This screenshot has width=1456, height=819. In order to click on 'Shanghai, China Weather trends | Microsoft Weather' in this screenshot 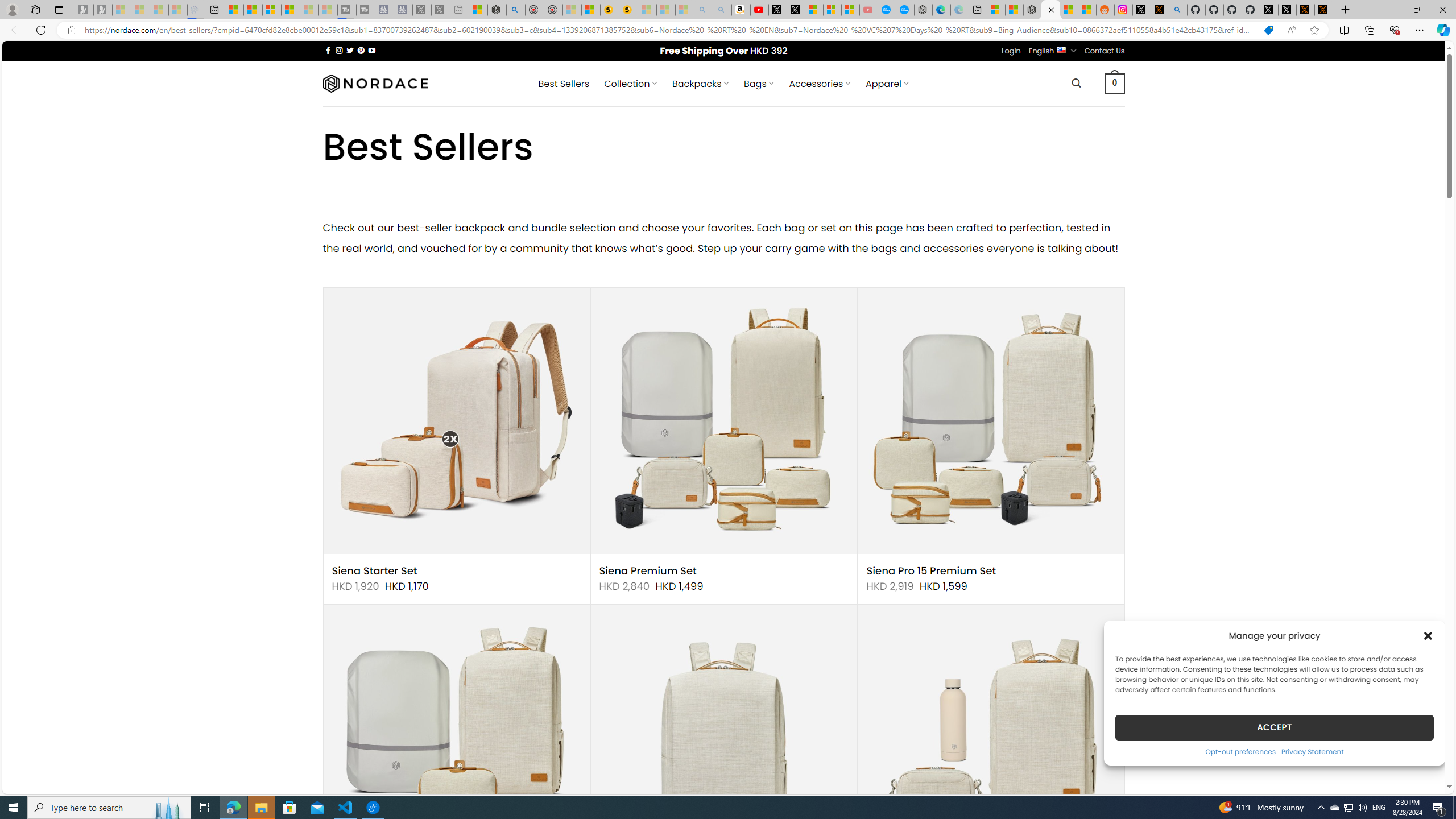, I will do `click(1087, 9)`.